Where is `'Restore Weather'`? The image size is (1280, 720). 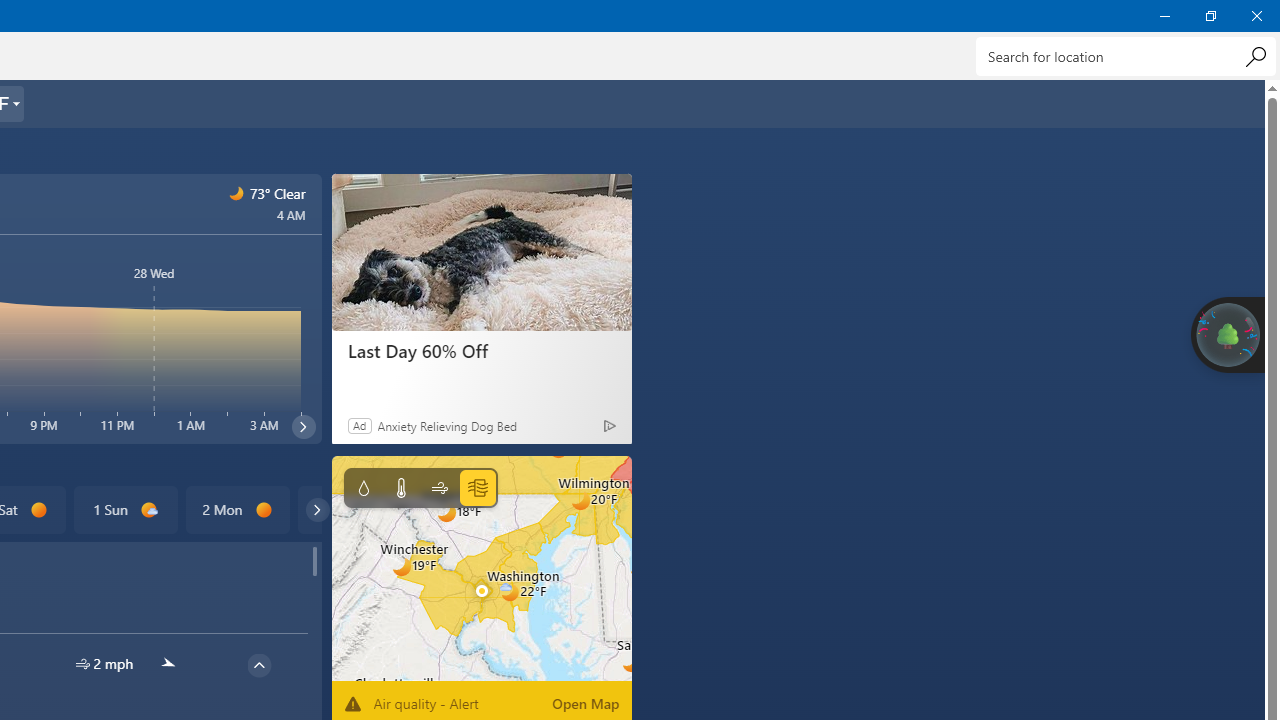 'Restore Weather' is located at coordinates (1209, 15).